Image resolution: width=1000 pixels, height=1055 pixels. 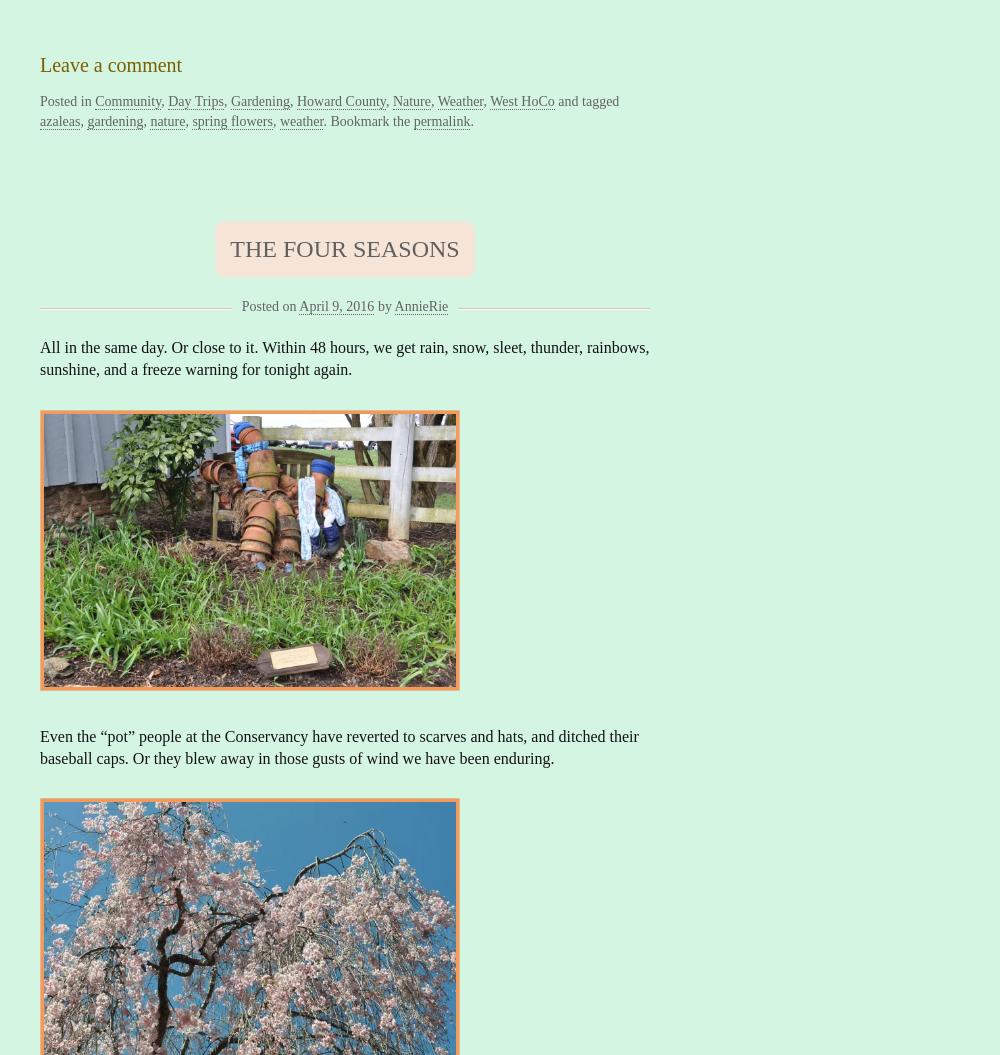 What do you see at coordinates (384, 305) in the screenshot?
I see `'by'` at bounding box center [384, 305].